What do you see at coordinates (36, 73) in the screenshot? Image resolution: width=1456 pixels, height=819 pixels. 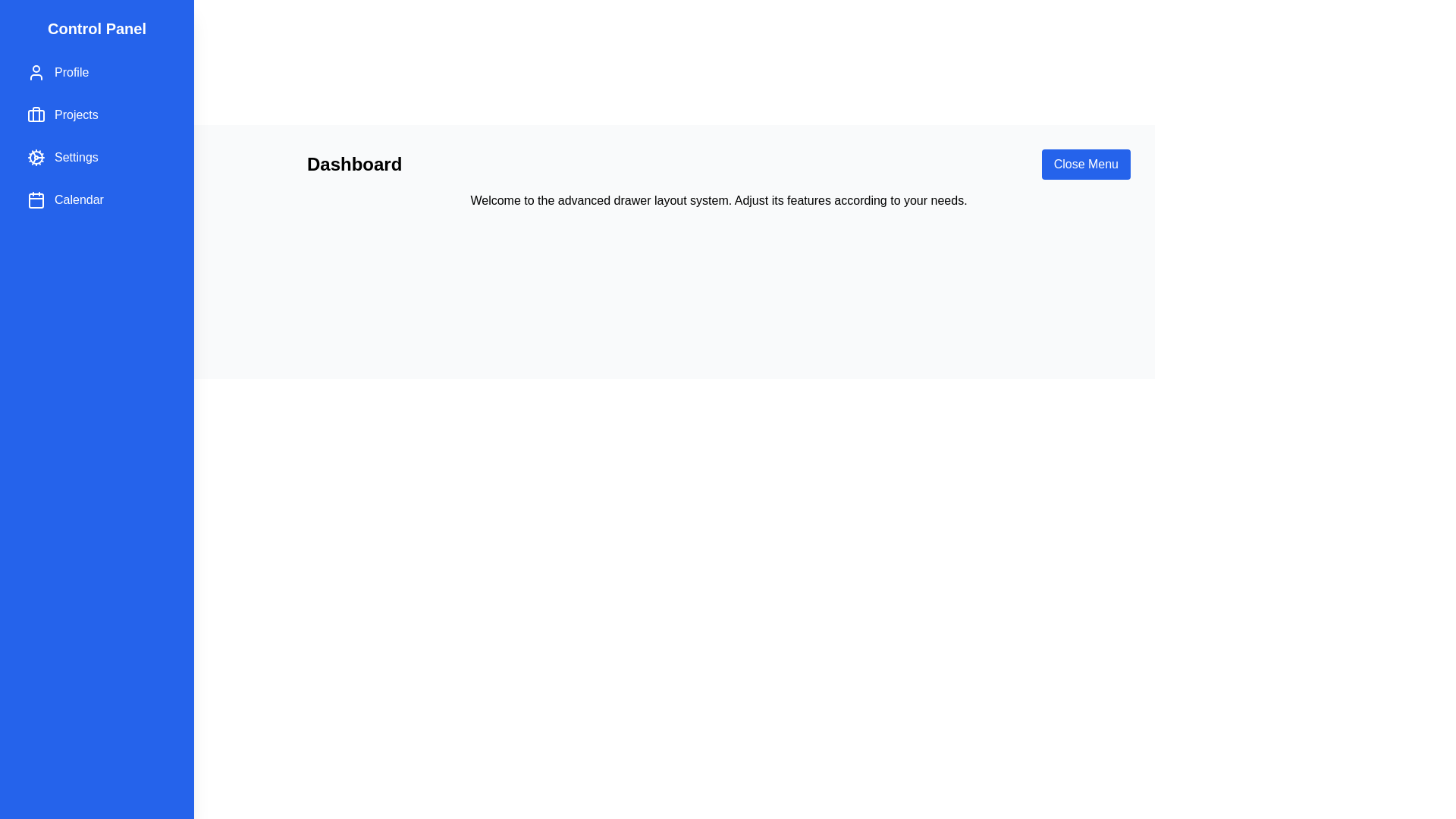 I see `the navigation SVG icon located to the left of the 'Profile' text in the sidebar` at bounding box center [36, 73].